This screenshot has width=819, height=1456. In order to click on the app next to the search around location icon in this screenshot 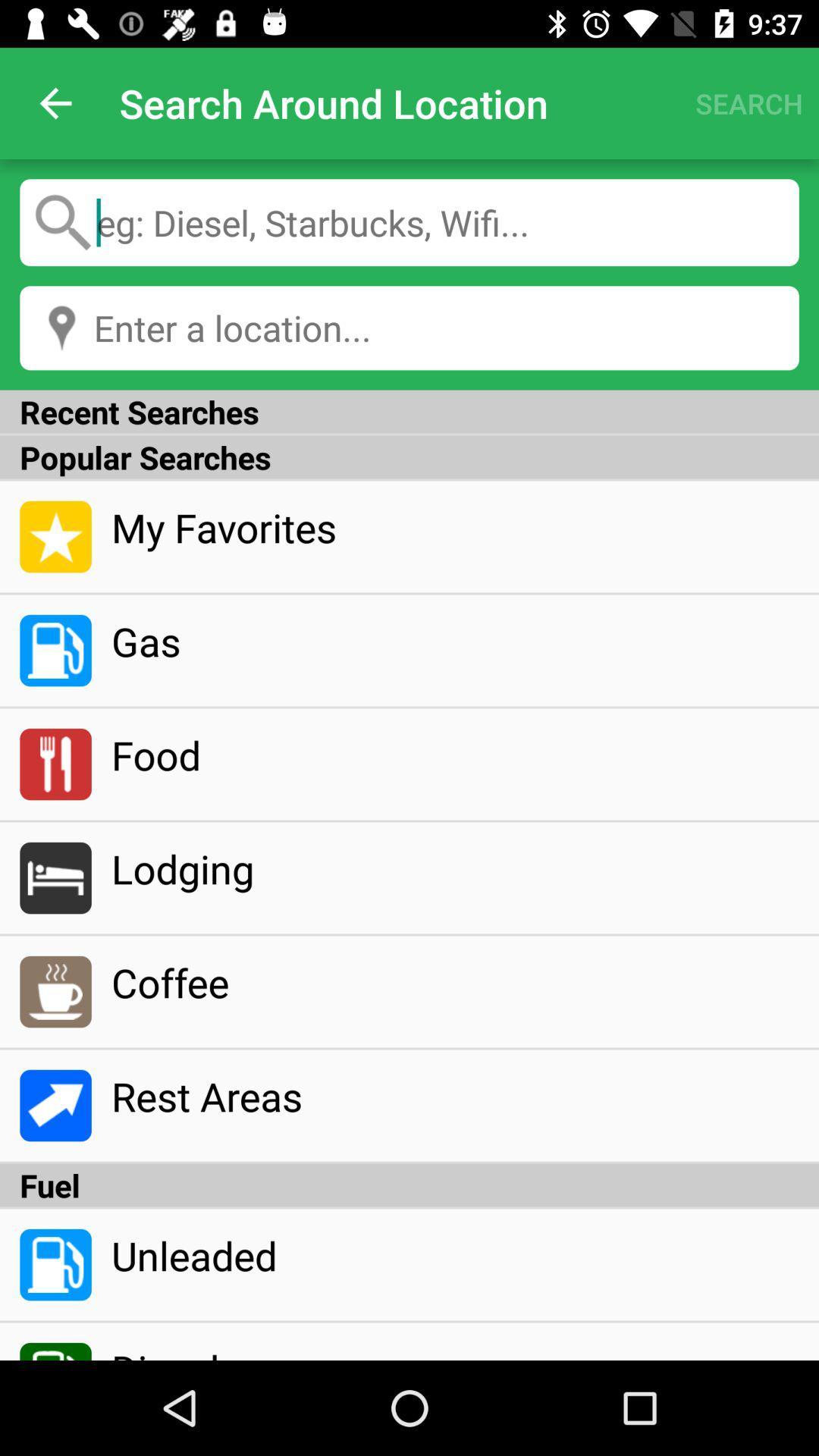, I will do `click(55, 102)`.